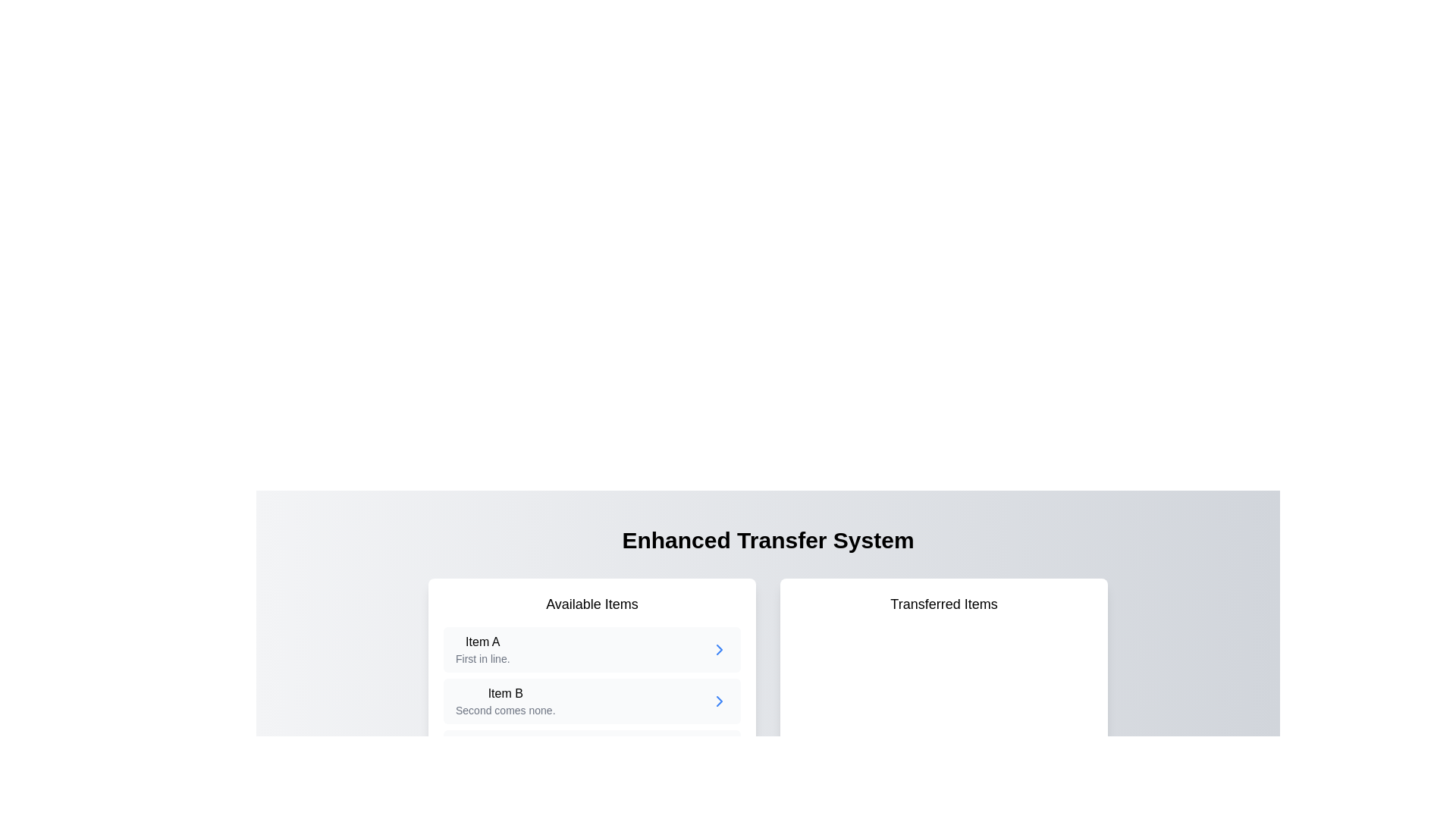 Image resolution: width=1456 pixels, height=819 pixels. What do you see at coordinates (482, 648) in the screenshot?
I see `the label that provides information about 'Item A' in the 'Available Items' section, which states 'First in line.'` at bounding box center [482, 648].